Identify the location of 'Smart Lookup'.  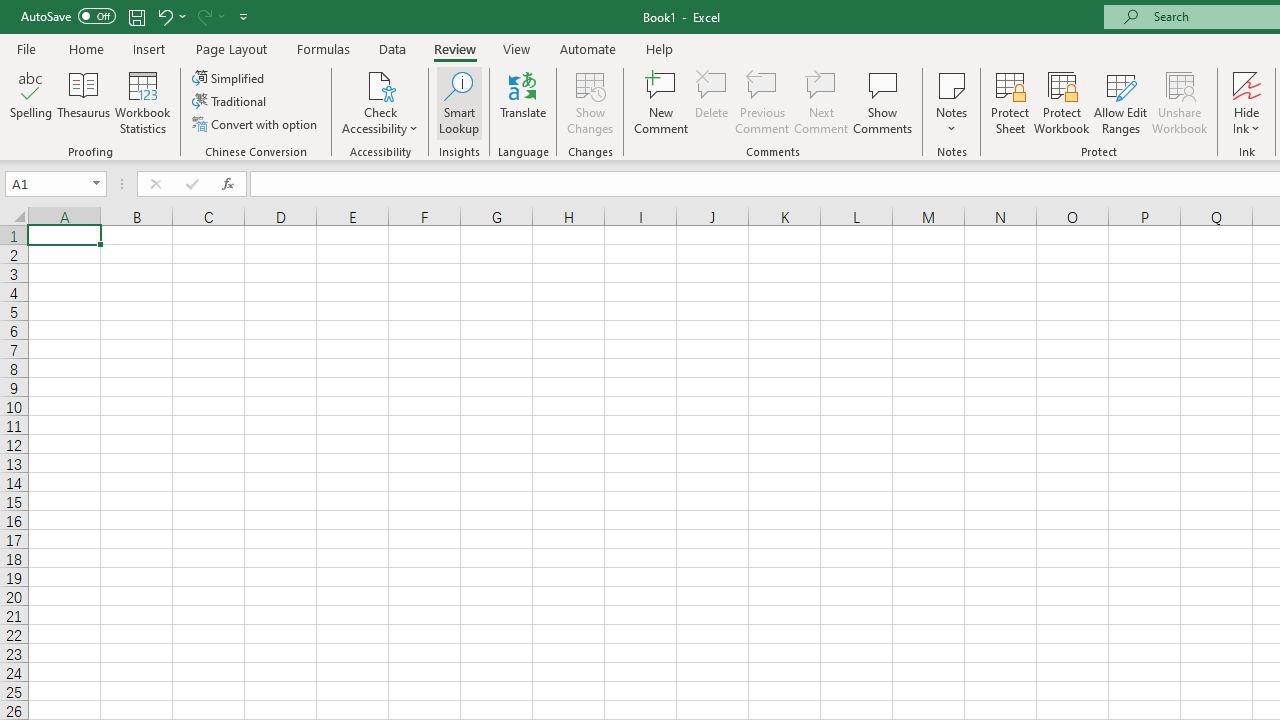
(458, 103).